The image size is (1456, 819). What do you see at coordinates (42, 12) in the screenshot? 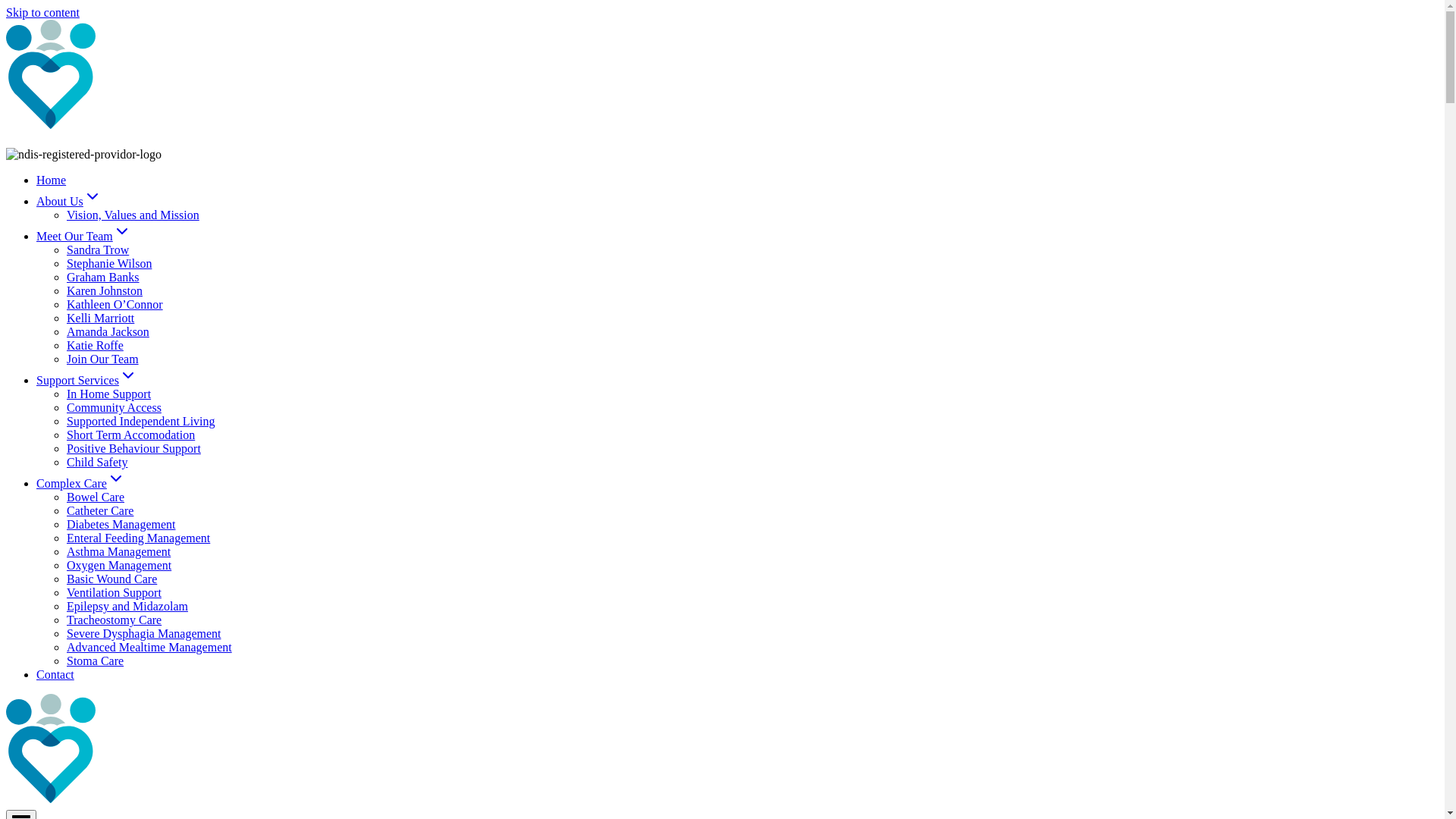
I see `'Skip to content'` at bounding box center [42, 12].